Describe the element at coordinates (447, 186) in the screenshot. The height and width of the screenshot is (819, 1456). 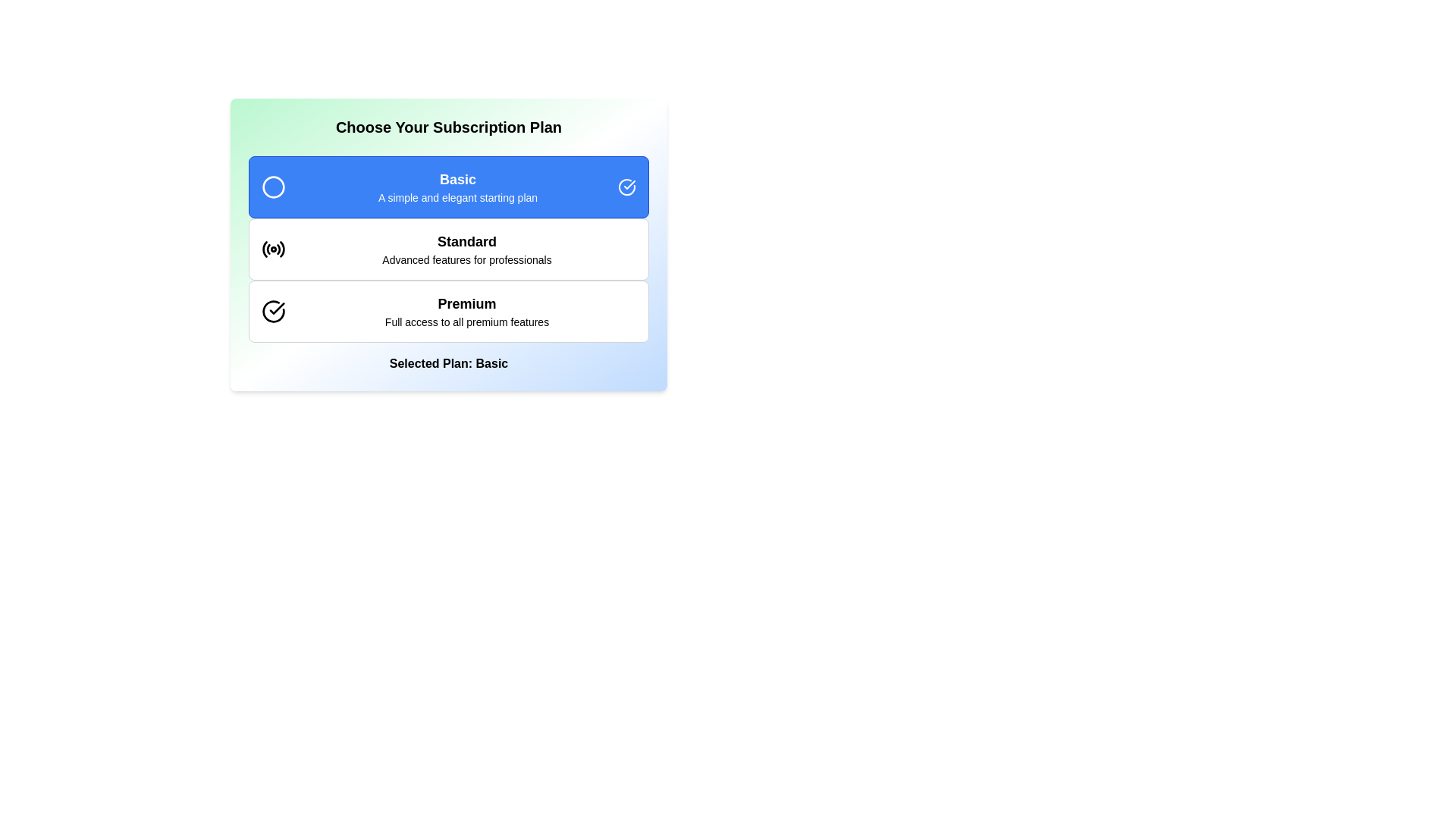
I see `the 'Basic' subscription plan selectable list item located at the top of the subscription selection panel` at that location.